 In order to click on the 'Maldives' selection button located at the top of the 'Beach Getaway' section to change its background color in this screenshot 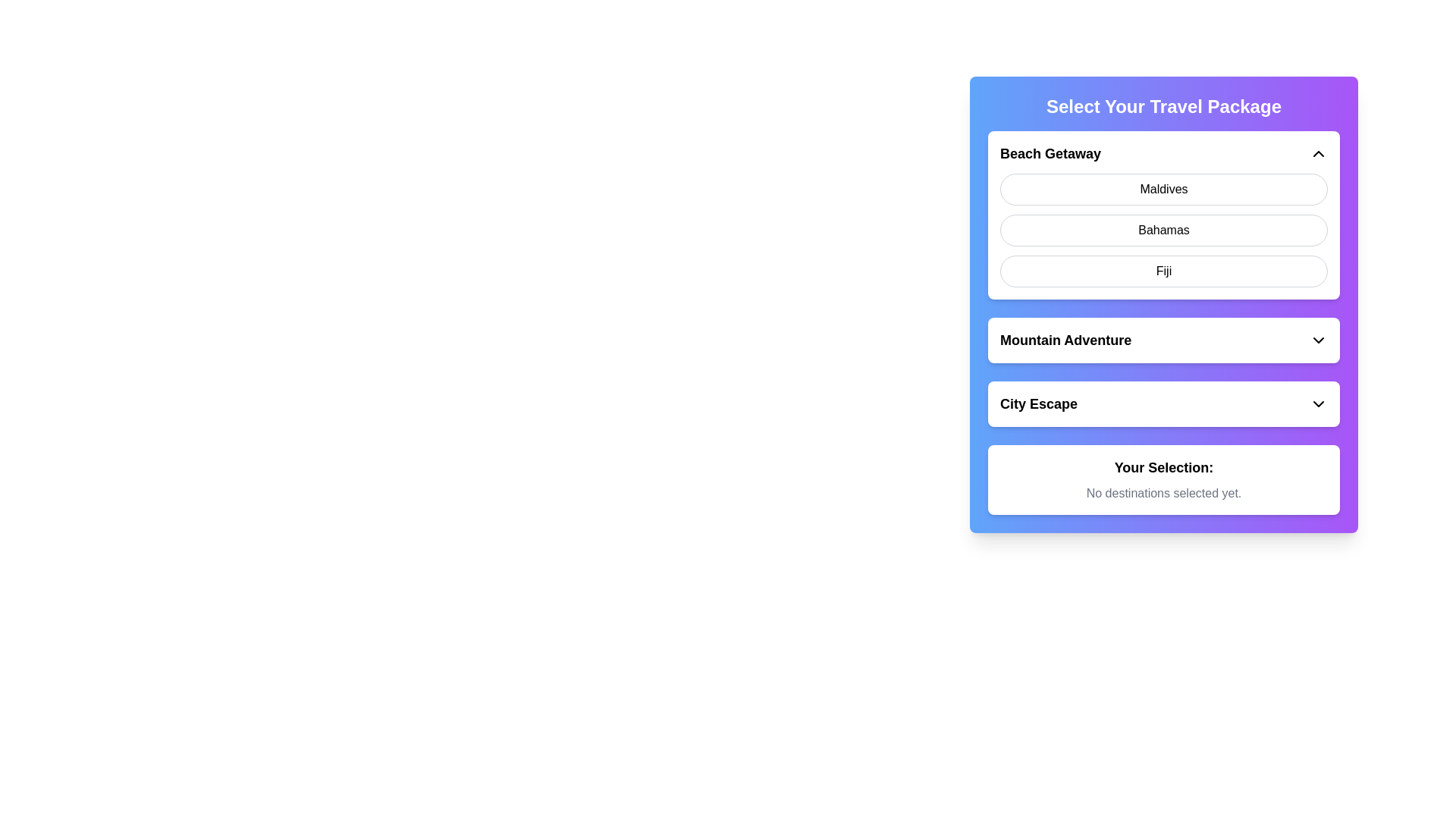, I will do `click(1163, 189)`.